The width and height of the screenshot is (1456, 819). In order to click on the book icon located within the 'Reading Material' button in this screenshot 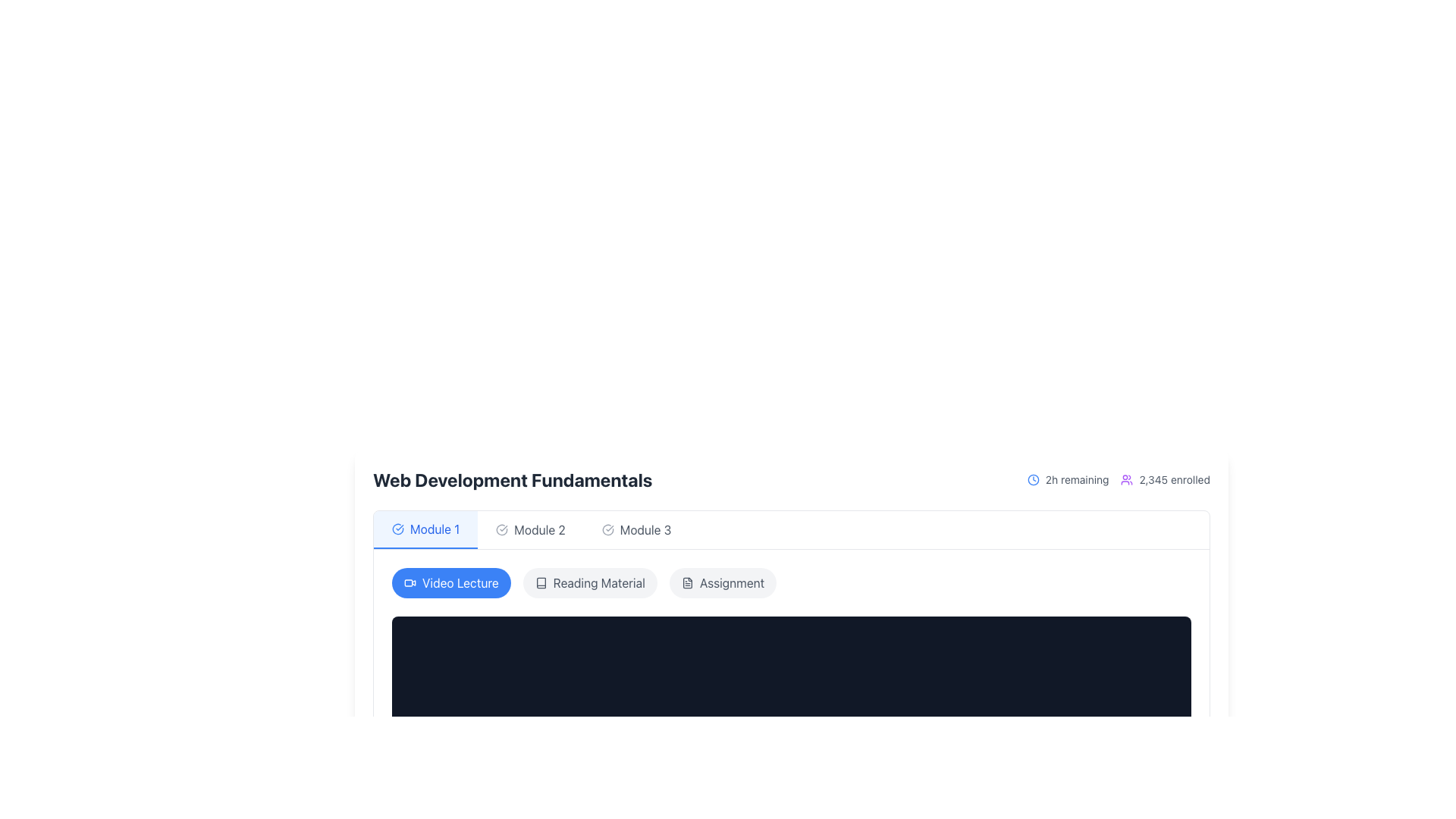, I will do `click(541, 582)`.